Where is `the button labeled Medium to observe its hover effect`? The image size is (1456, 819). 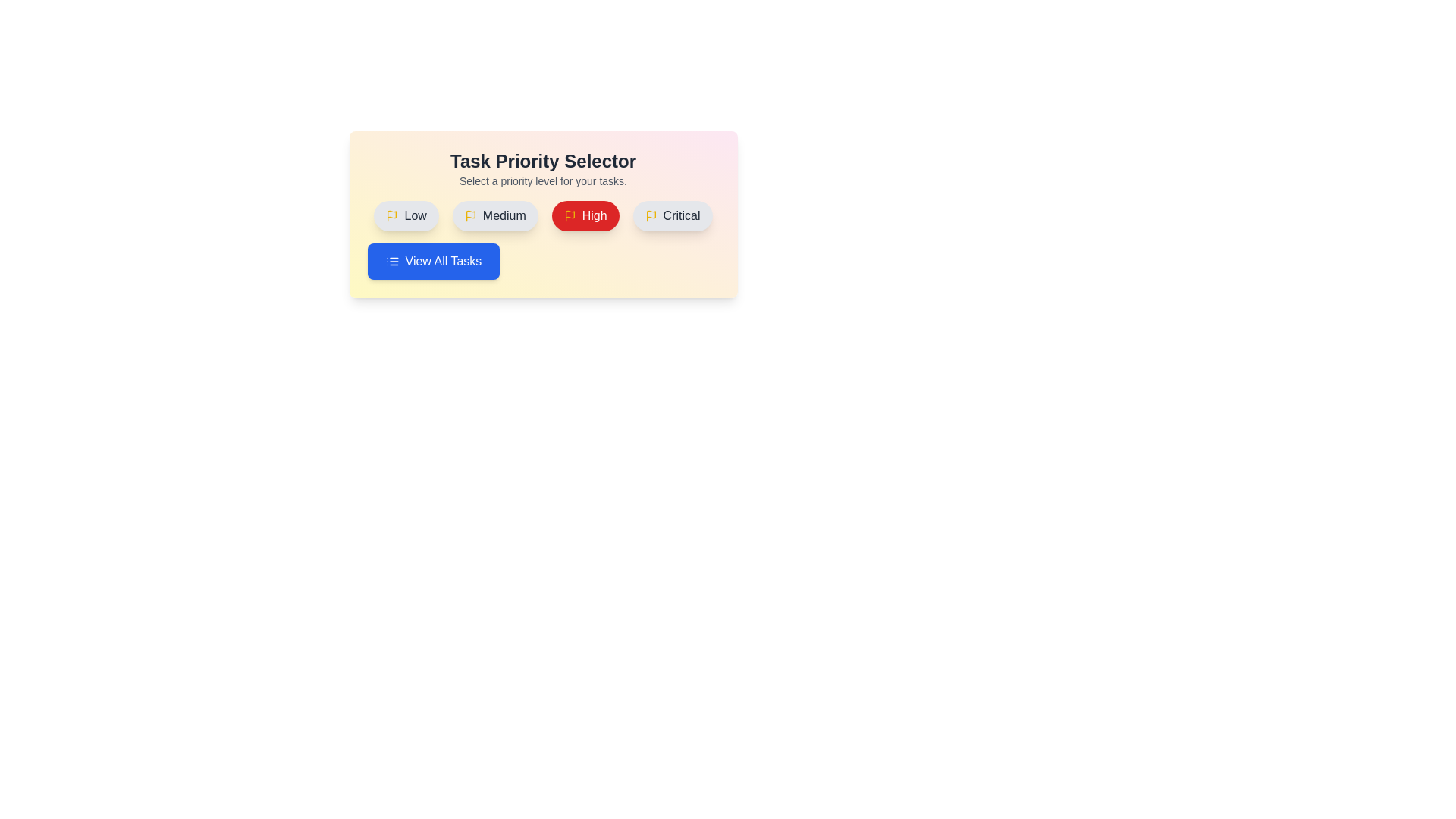
the button labeled Medium to observe its hover effect is located at coordinates (494, 216).